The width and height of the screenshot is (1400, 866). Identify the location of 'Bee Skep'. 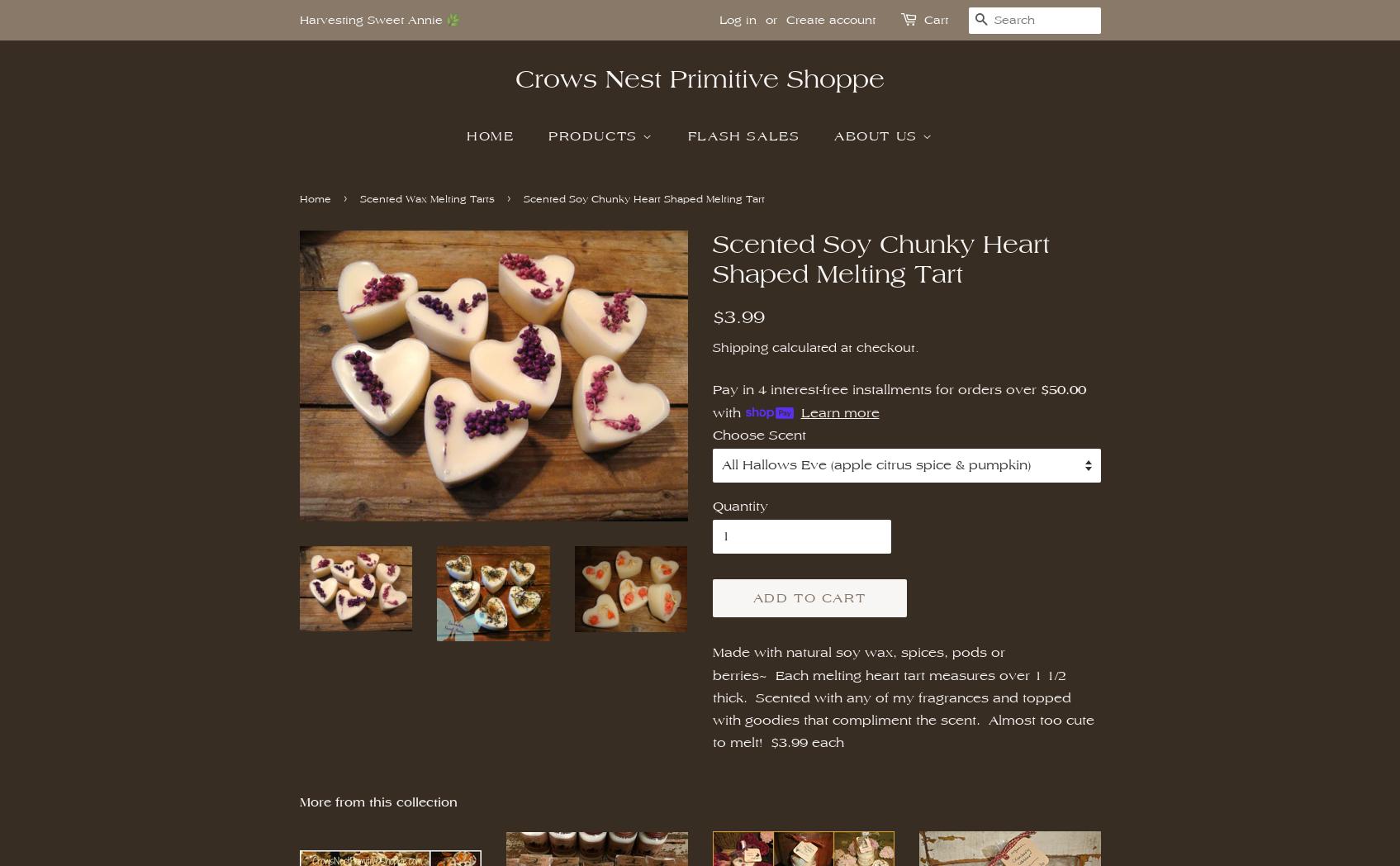
(925, 383).